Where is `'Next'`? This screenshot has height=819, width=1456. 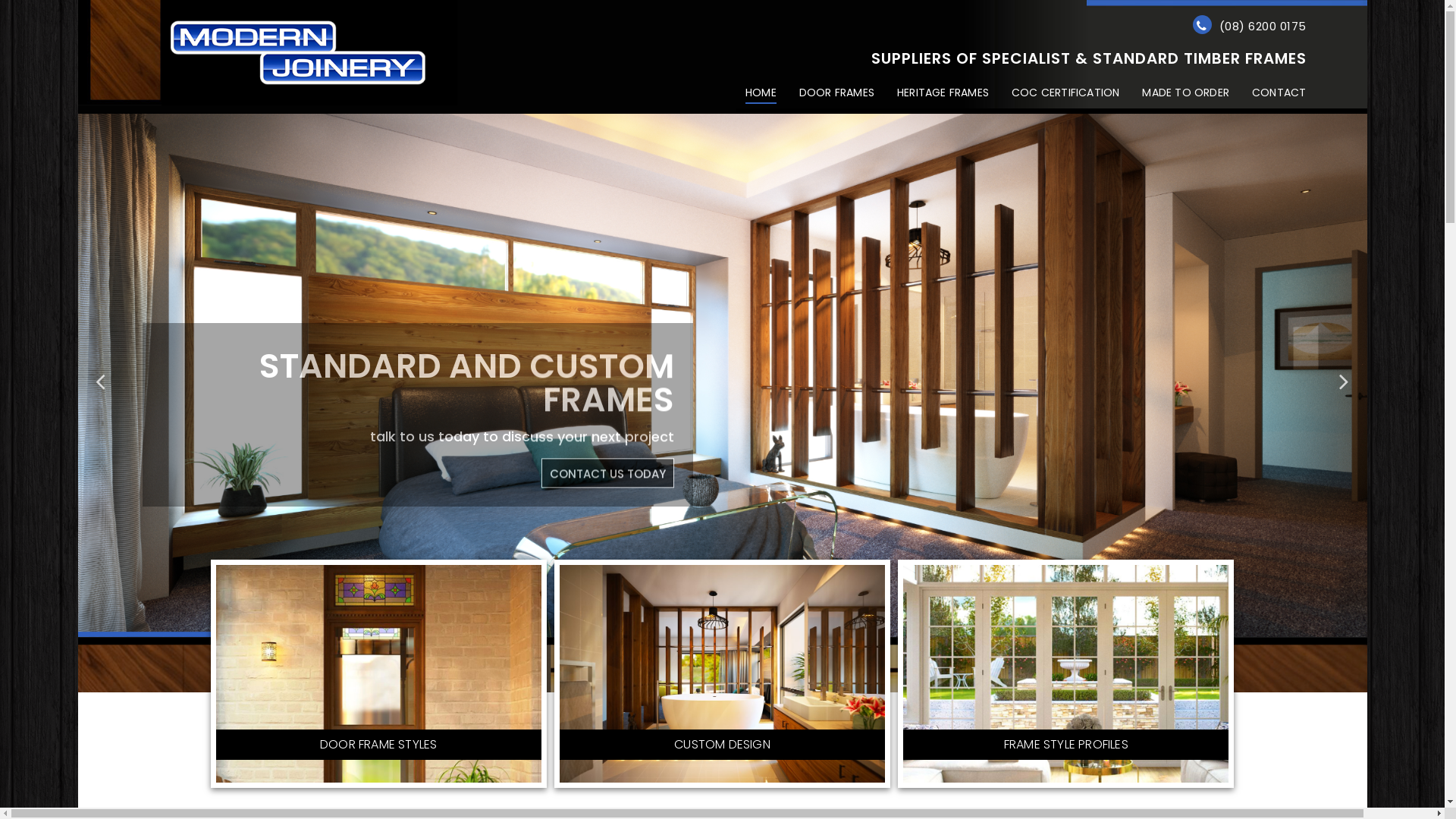
'Next' is located at coordinates (1343, 375).